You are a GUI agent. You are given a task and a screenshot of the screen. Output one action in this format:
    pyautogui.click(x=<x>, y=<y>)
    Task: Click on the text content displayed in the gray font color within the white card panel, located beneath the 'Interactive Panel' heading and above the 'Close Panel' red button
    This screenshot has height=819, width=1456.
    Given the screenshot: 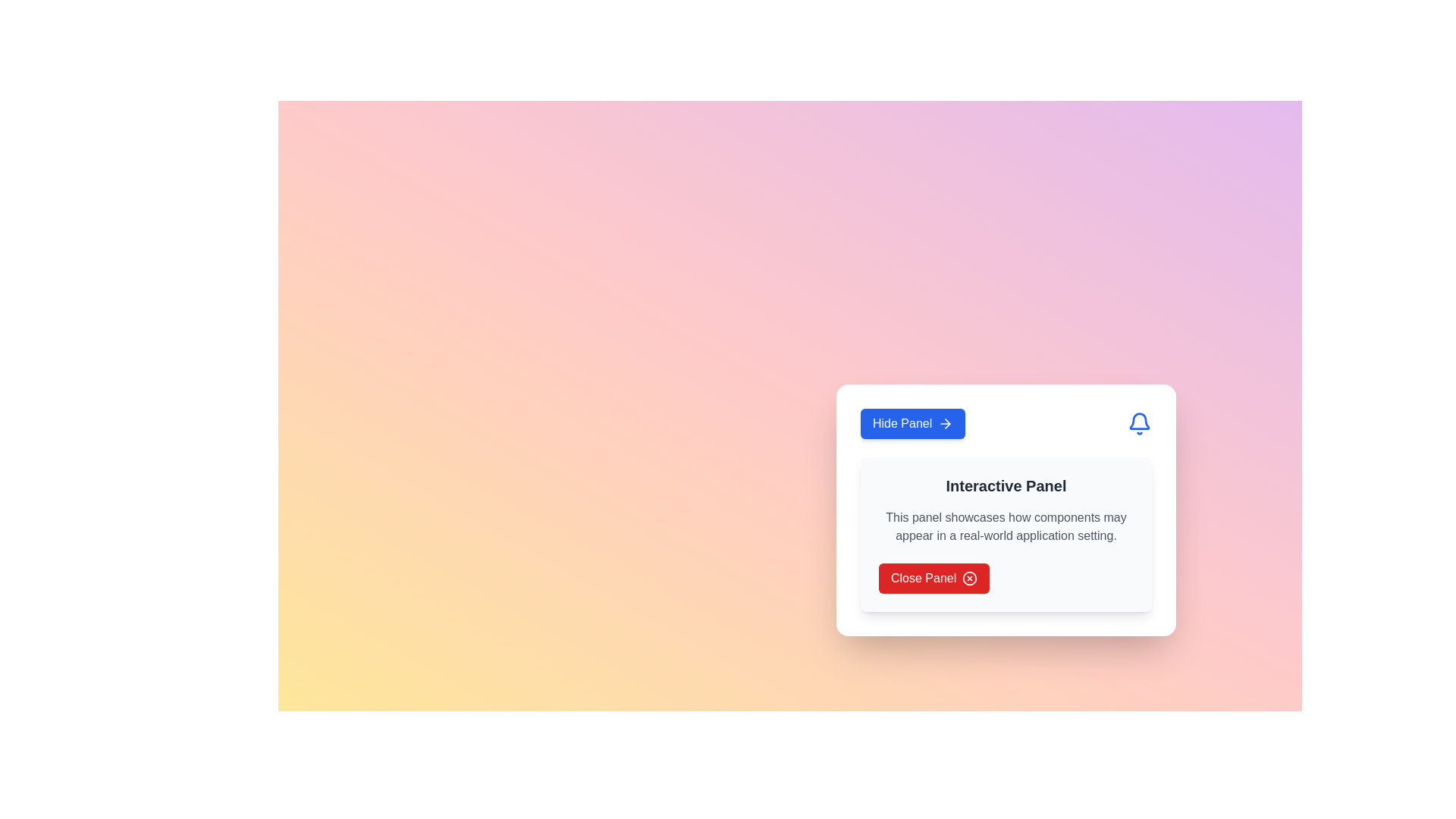 What is the action you would take?
    pyautogui.click(x=1006, y=526)
    